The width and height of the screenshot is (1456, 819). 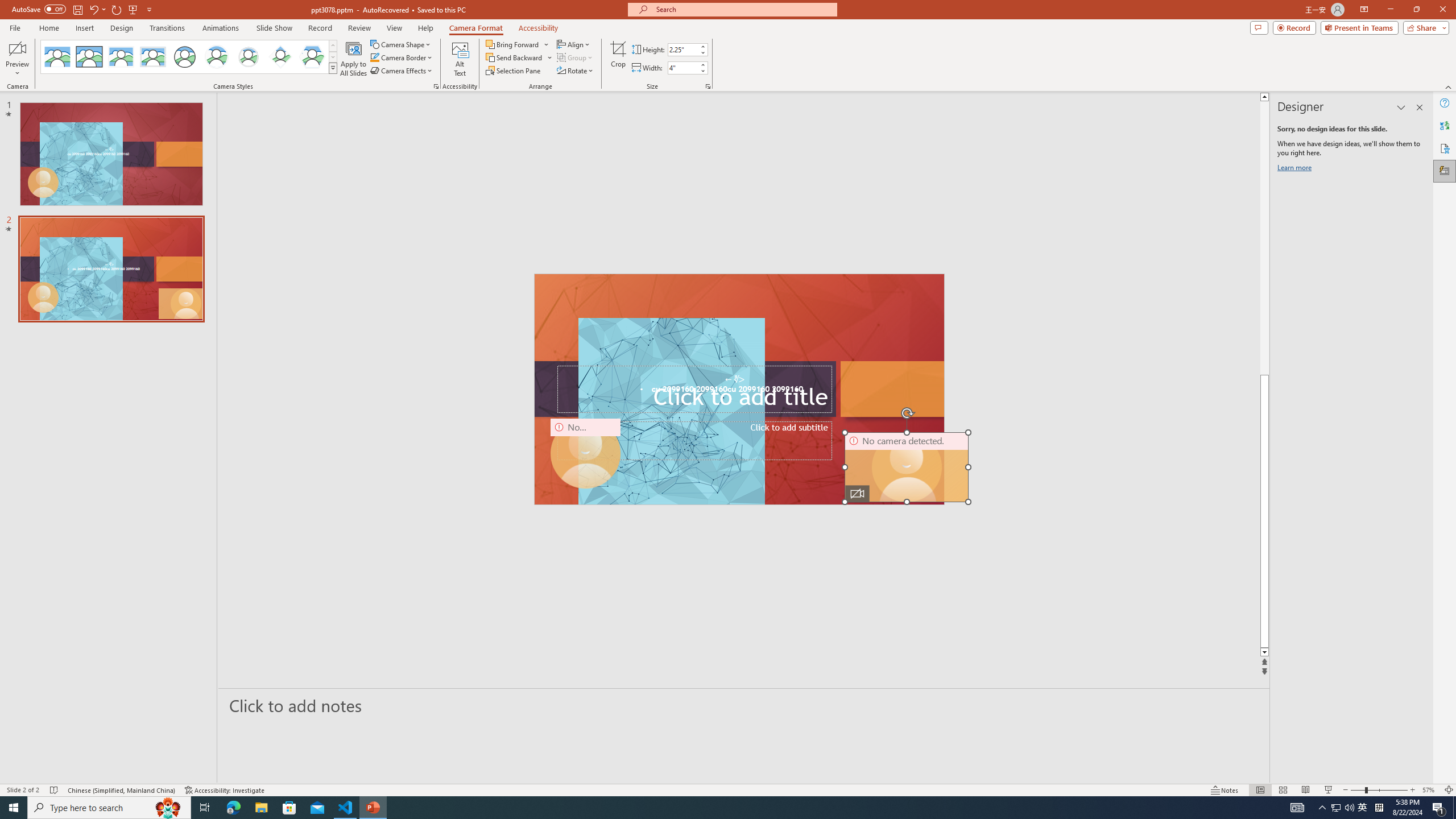 What do you see at coordinates (737, 390) in the screenshot?
I see `'TextBox 61'` at bounding box center [737, 390].